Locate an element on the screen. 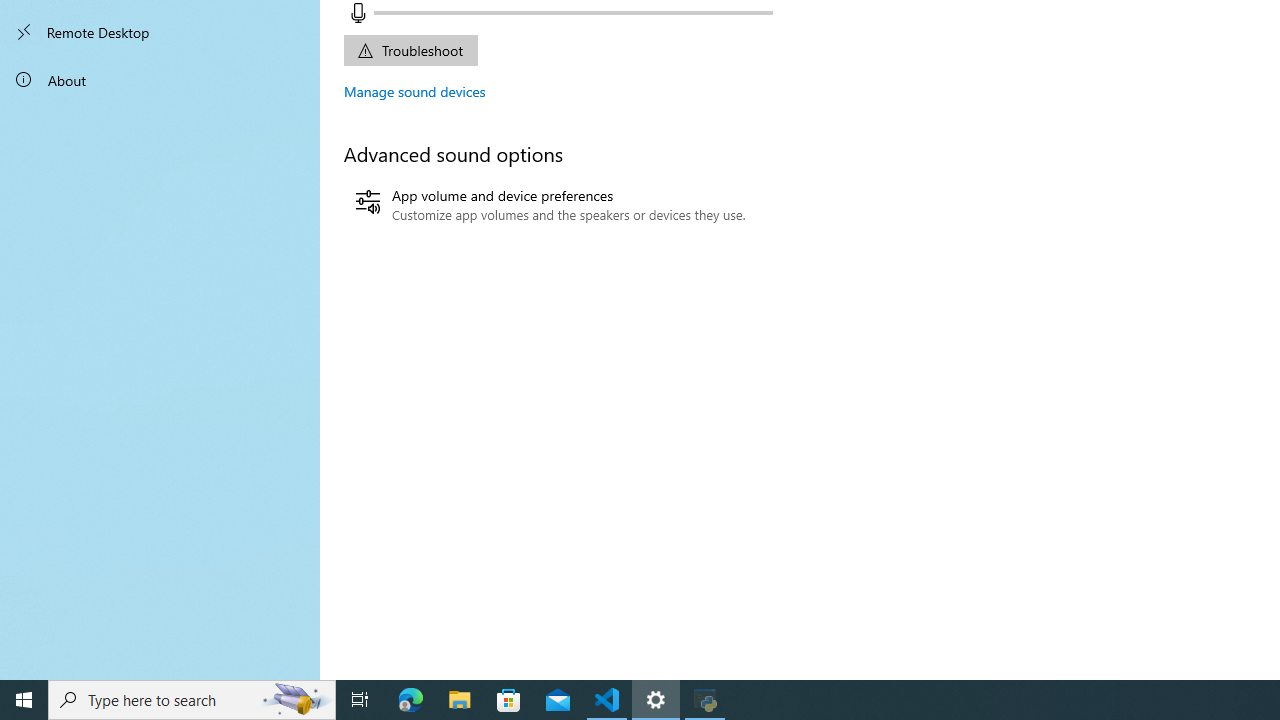 This screenshot has width=1280, height=720. 'Manage sound devices' is located at coordinates (414, 91).